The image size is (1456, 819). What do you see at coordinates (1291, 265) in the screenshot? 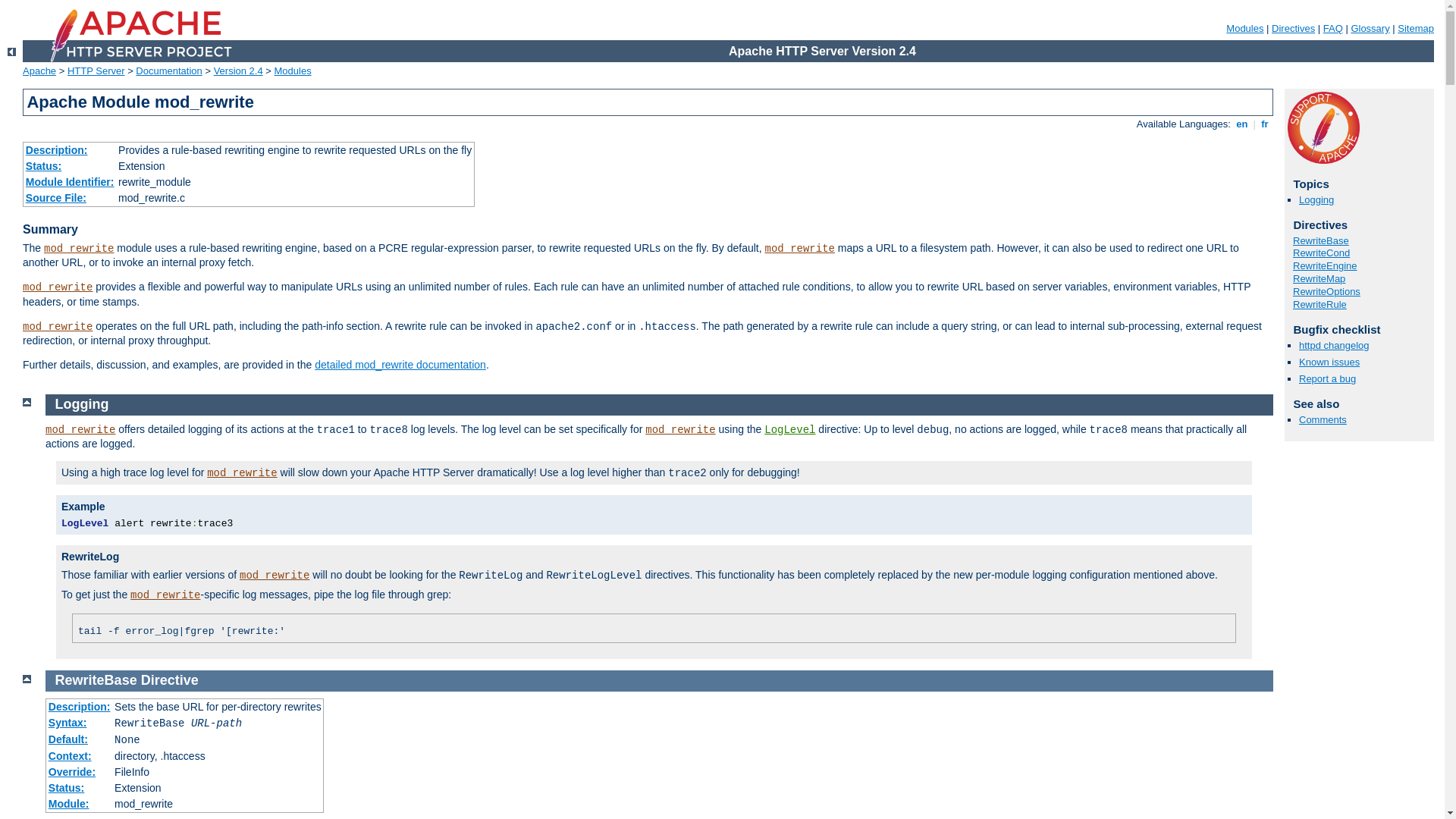
I see `'RewriteEngine'` at bounding box center [1291, 265].